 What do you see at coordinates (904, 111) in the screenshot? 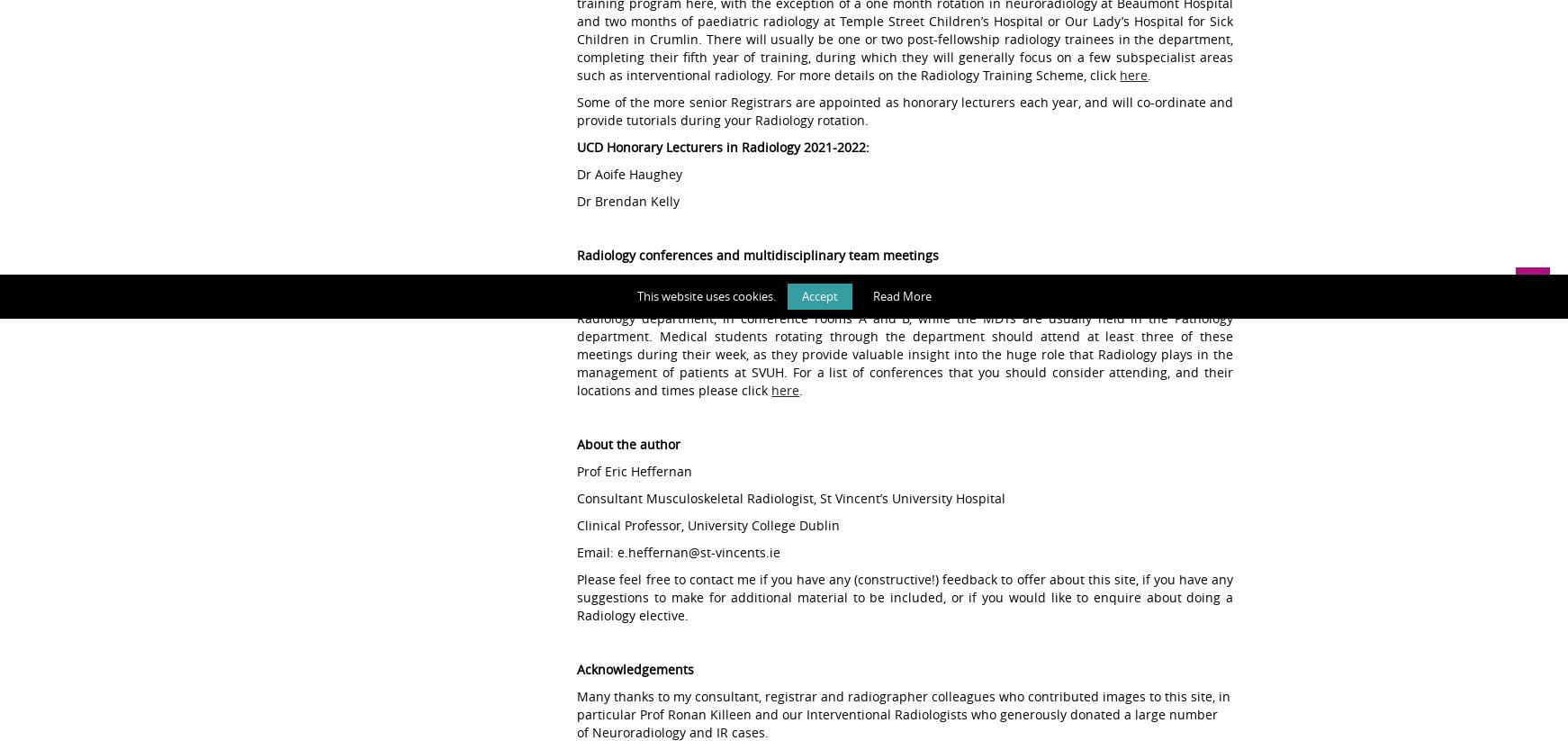
I see `'Some of the more senior Registrars are appointed as honorary lecturers each year, and will co-ordinate and provide tutorials during your Radiology rotation.'` at bounding box center [904, 111].